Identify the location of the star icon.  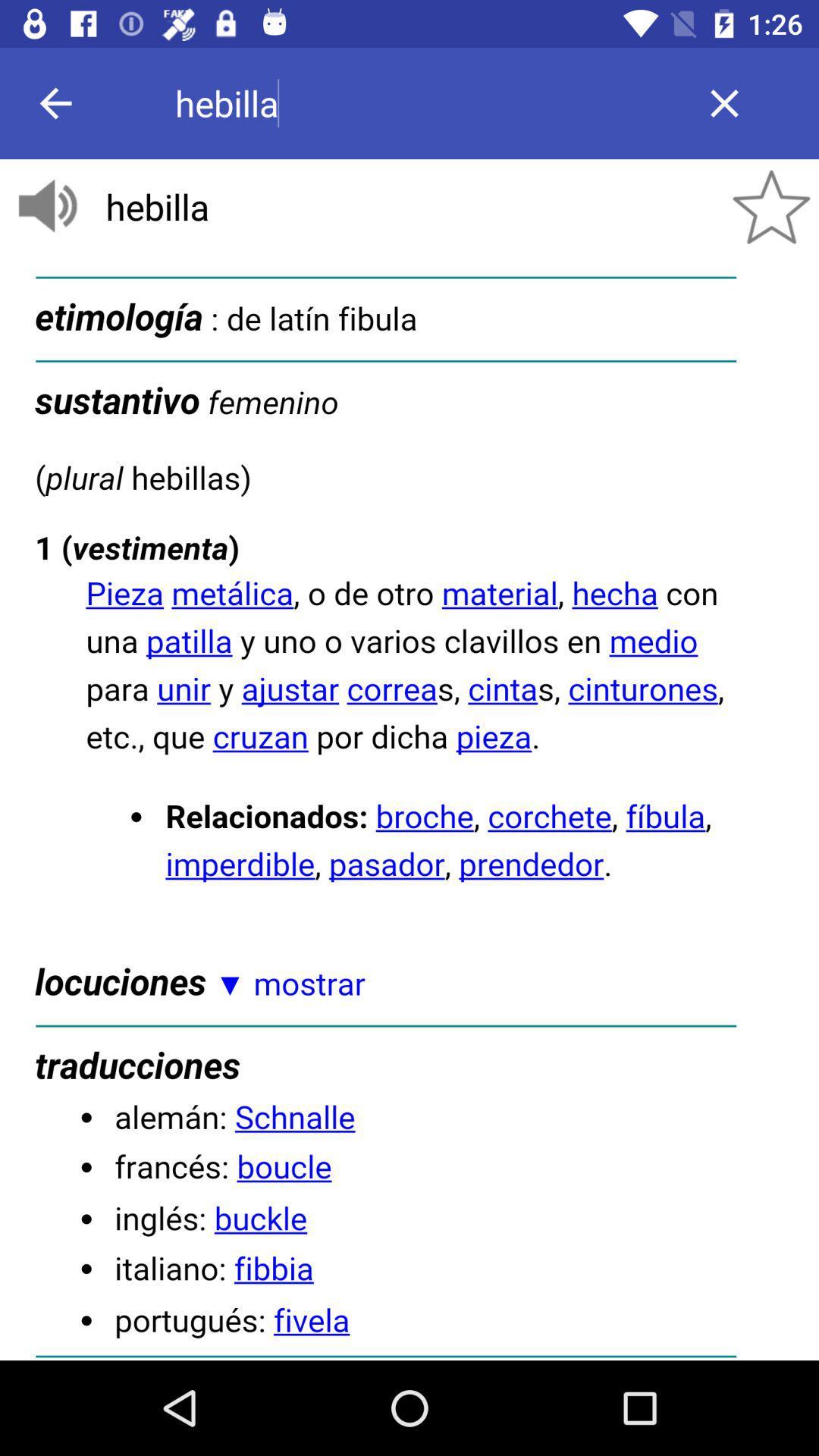
(771, 206).